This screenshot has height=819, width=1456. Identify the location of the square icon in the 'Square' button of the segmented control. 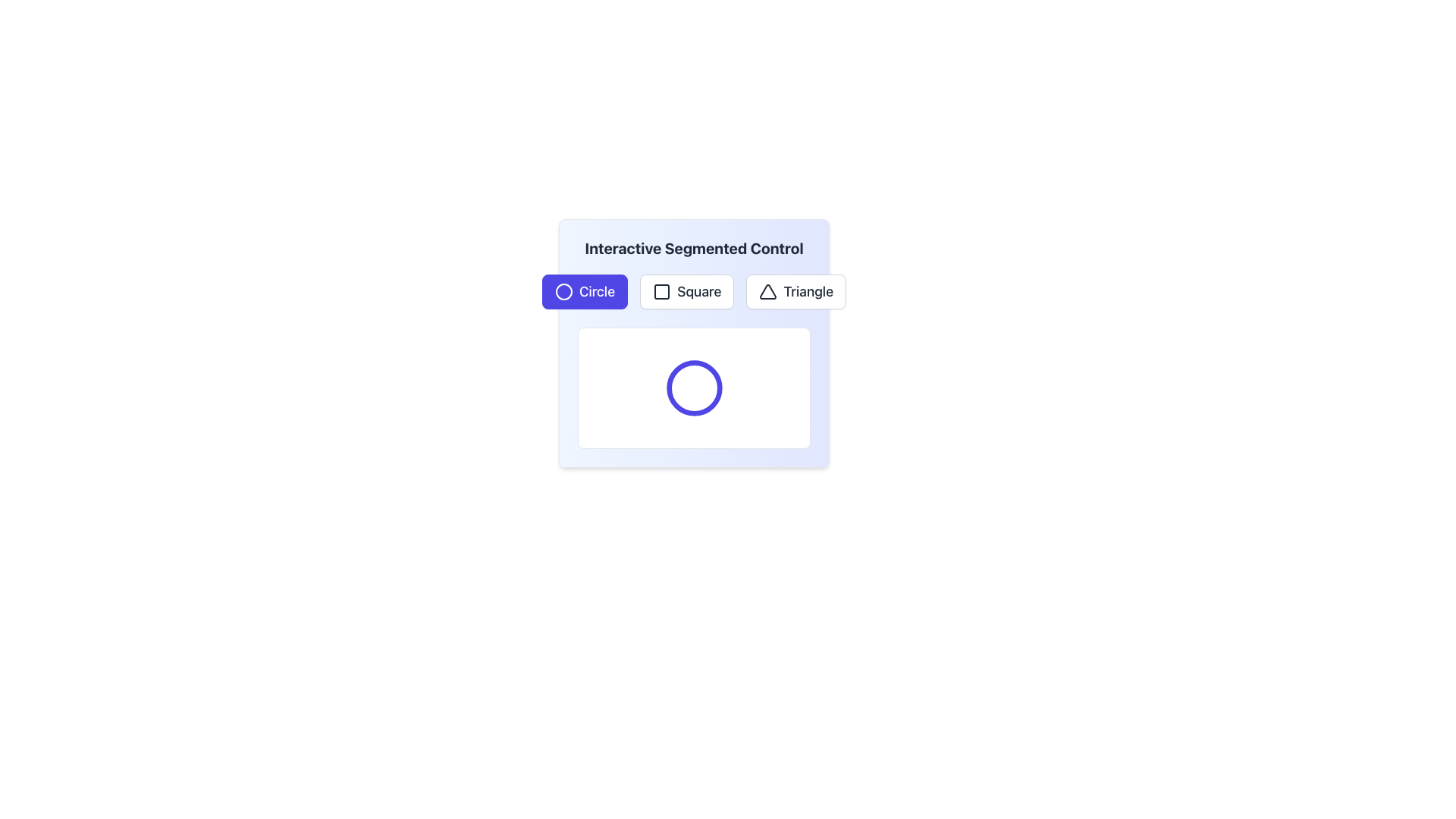
(662, 292).